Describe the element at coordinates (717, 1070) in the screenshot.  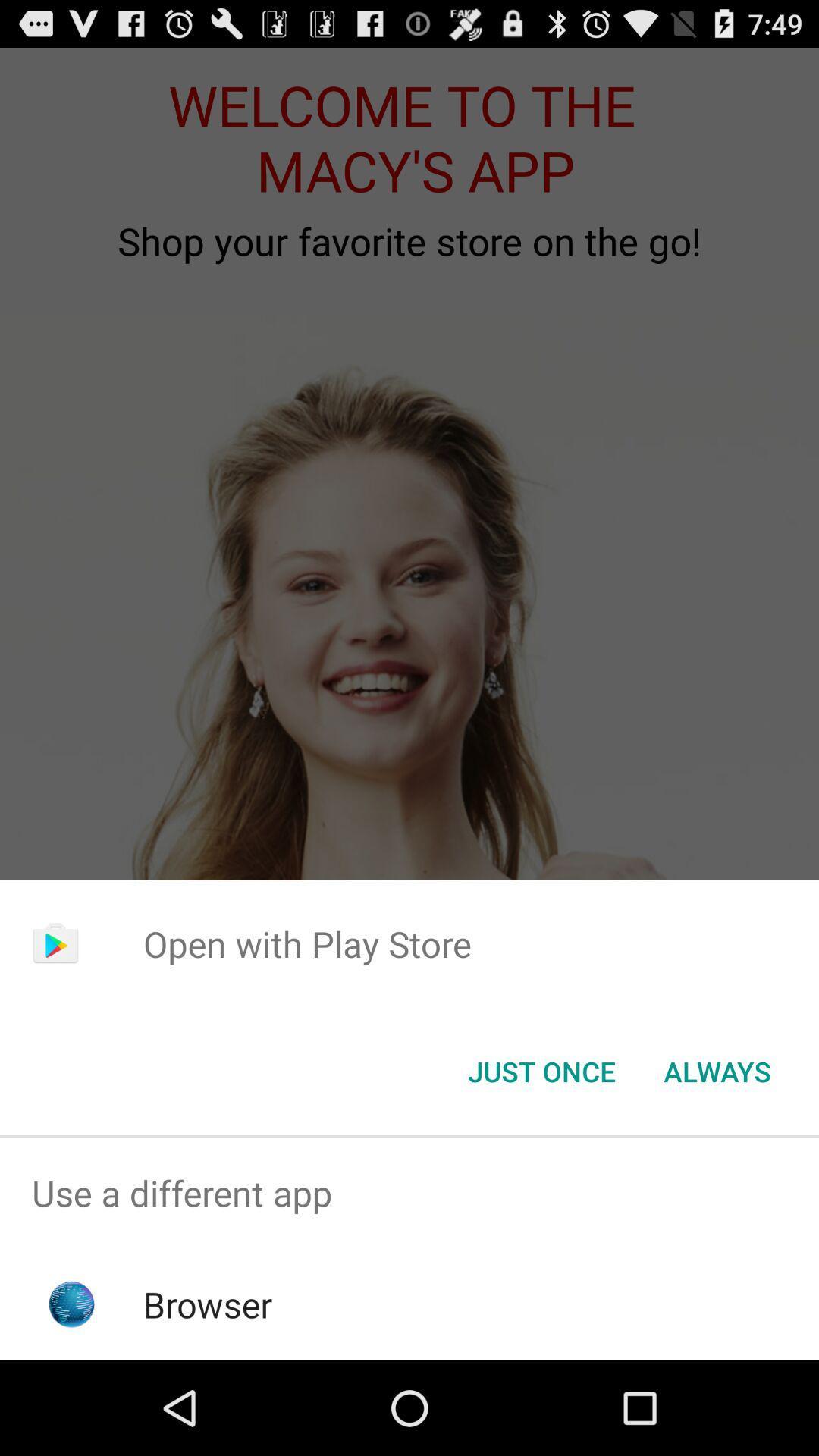
I see `item at the bottom right corner` at that location.